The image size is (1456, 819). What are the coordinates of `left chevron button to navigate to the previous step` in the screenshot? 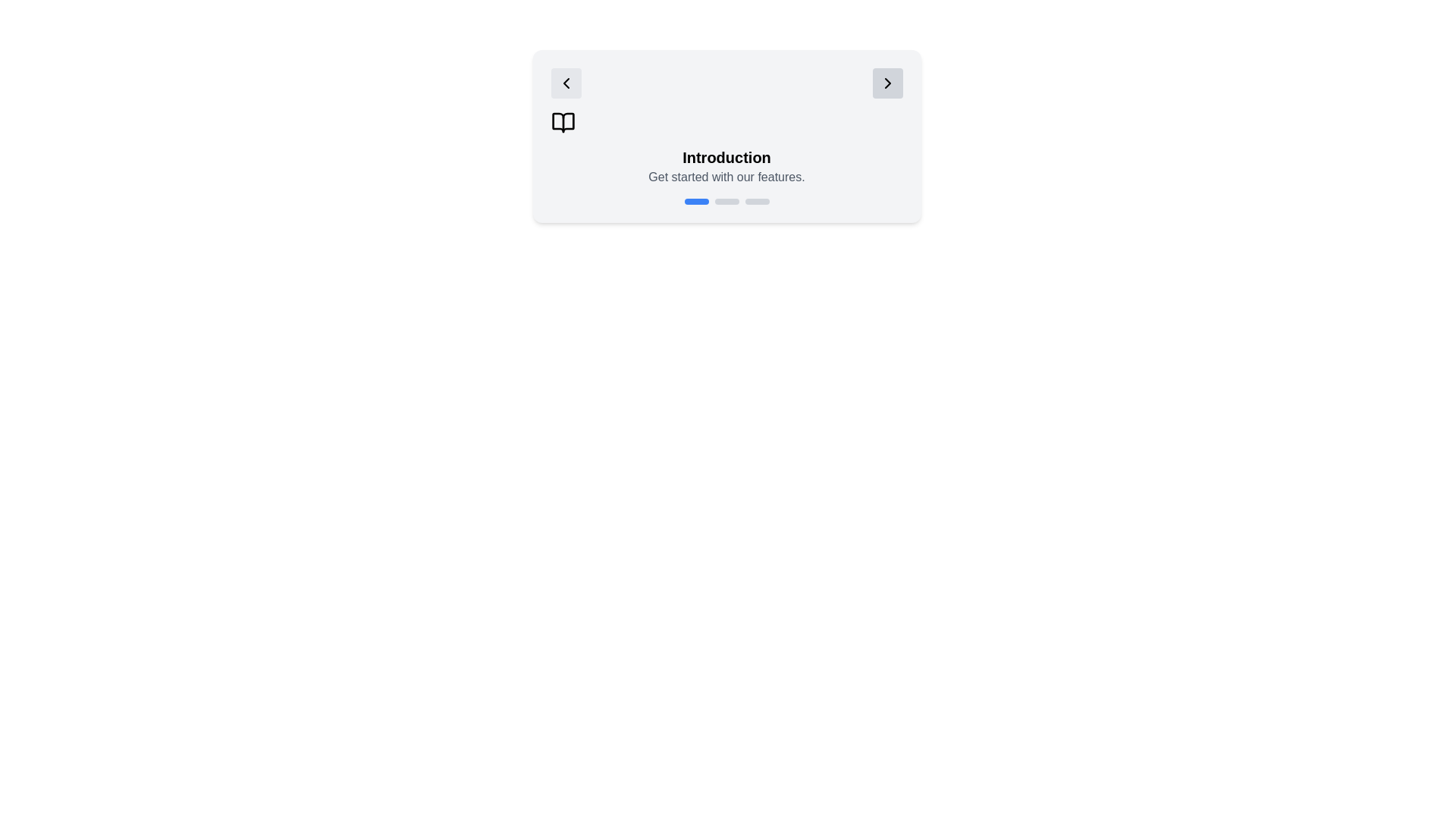 It's located at (565, 83).